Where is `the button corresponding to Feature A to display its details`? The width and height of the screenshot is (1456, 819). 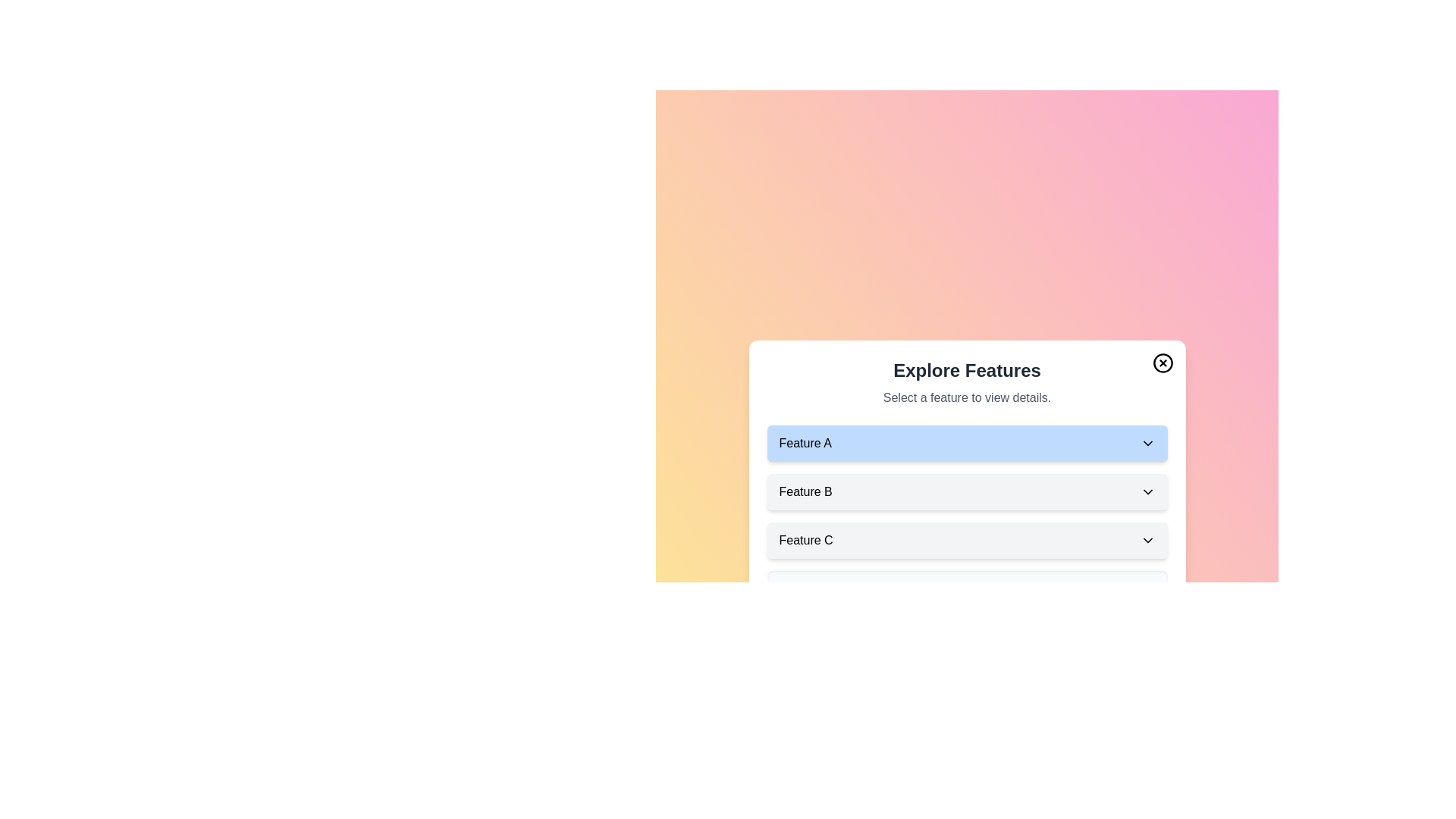 the button corresponding to Feature A to display its details is located at coordinates (966, 444).